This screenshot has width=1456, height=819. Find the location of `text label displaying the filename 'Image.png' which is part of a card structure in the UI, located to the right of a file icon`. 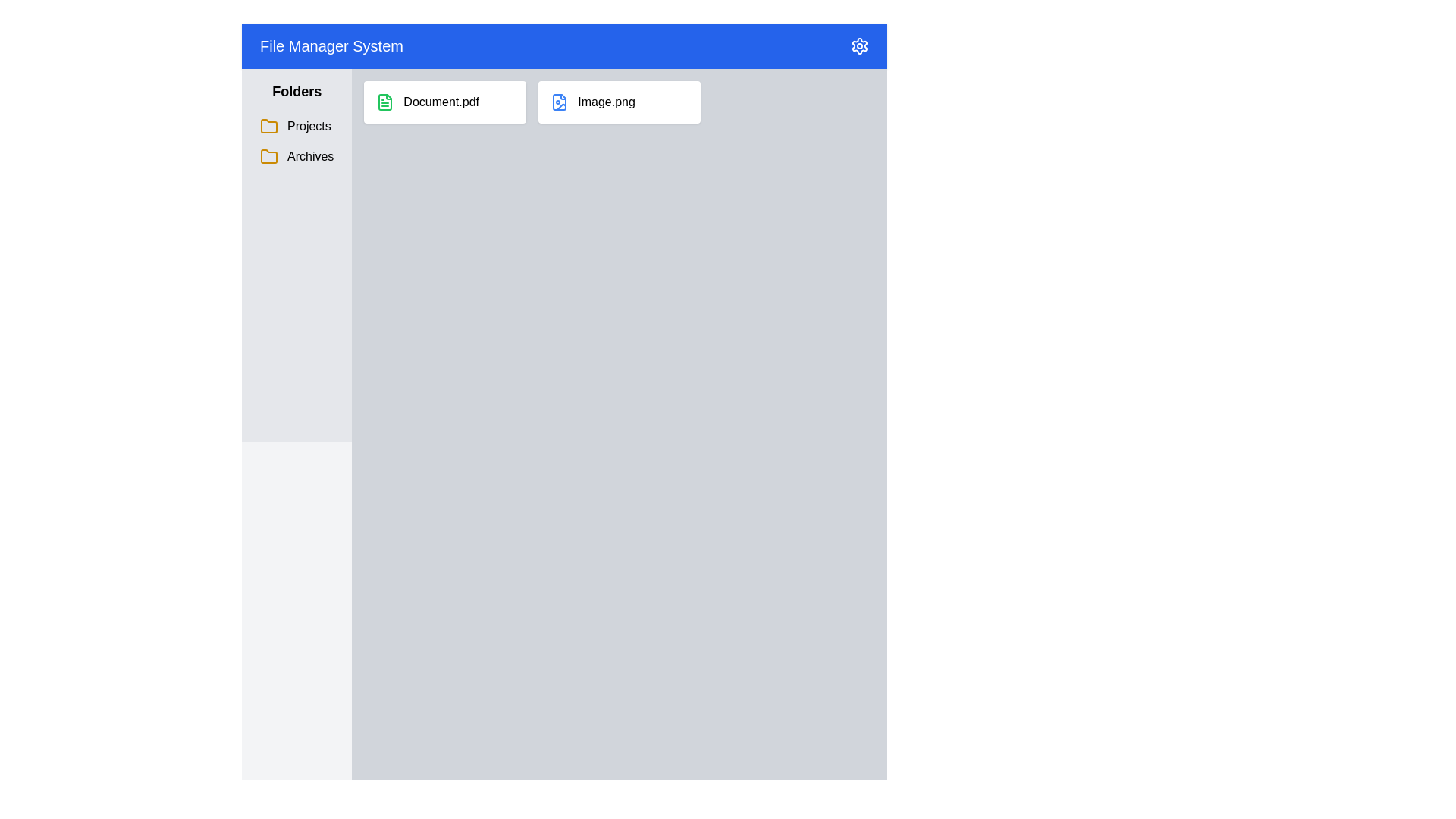

text label displaying the filename 'Image.png' which is part of a card structure in the UI, located to the right of a file icon is located at coordinates (607, 102).